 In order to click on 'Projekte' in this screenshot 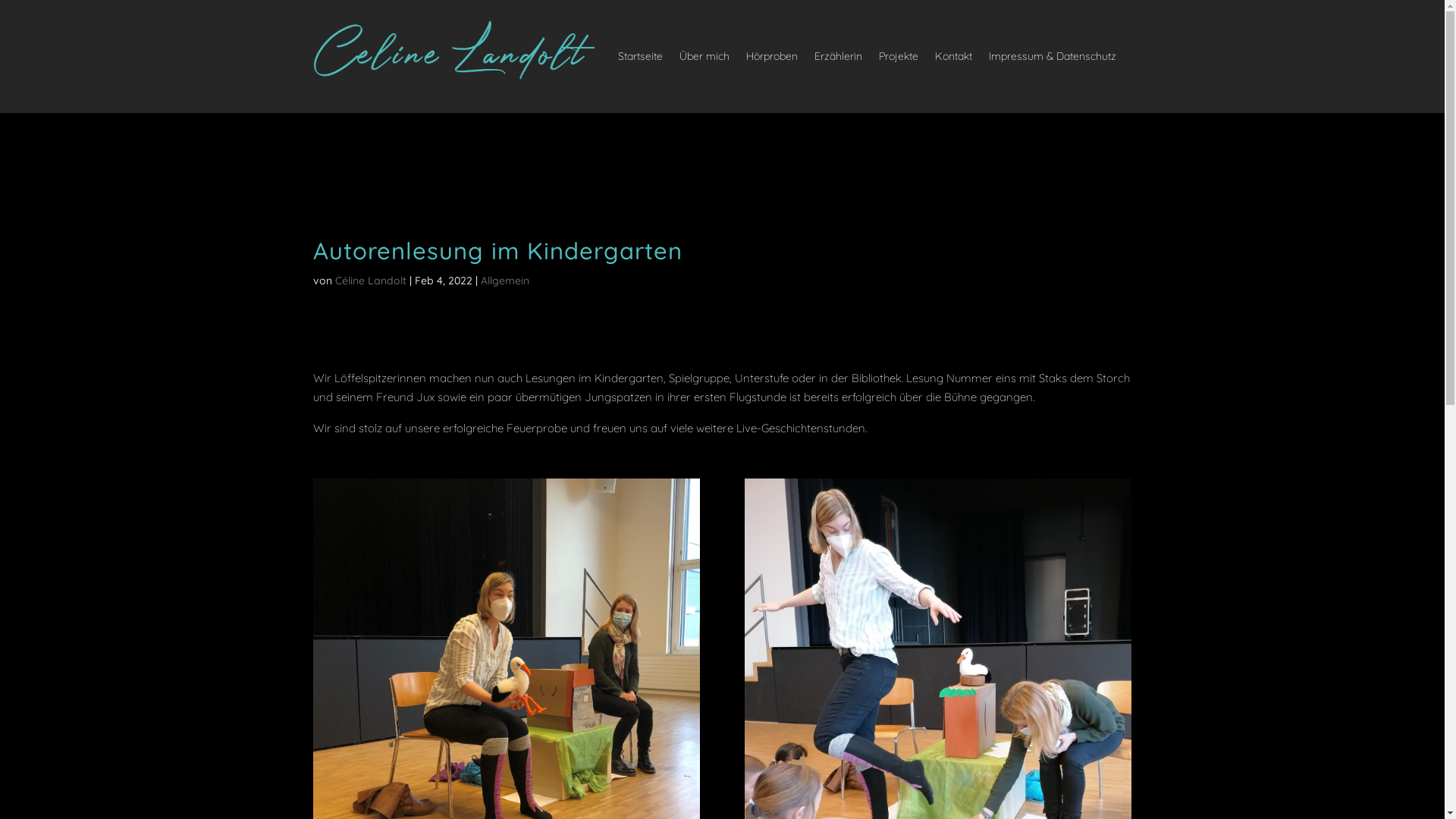, I will do `click(878, 55)`.